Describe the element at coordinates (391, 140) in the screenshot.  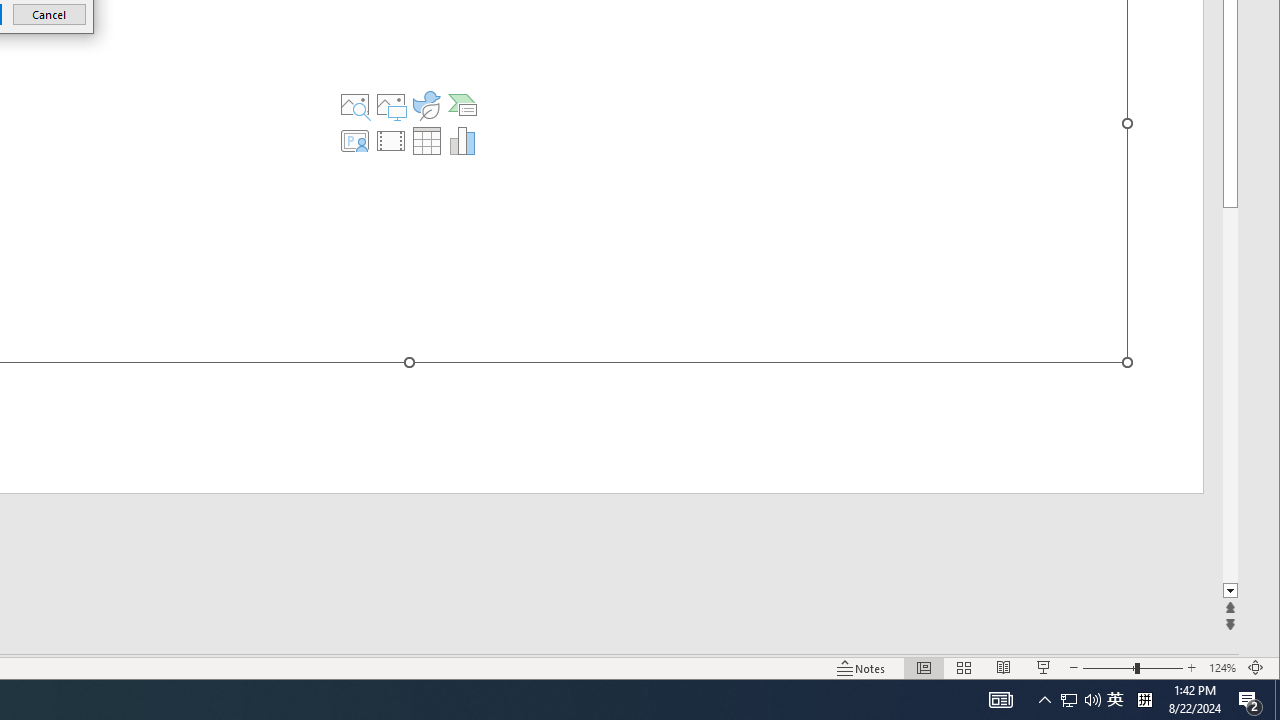
I see `'Insert Video'` at that location.